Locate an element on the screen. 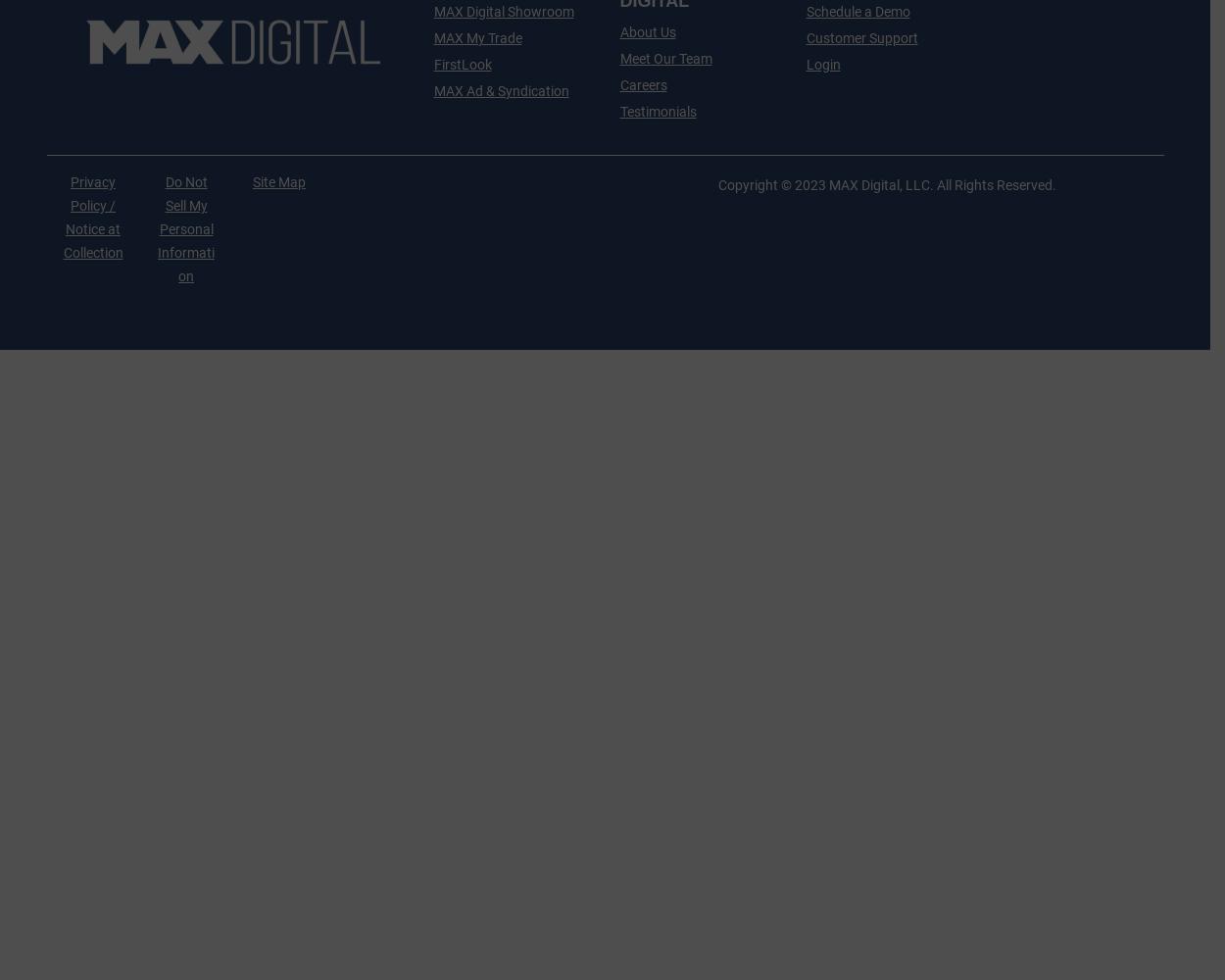 This screenshot has width=1225, height=980. 'Privacy Policy / Notice at Collection' is located at coordinates (62, 217).